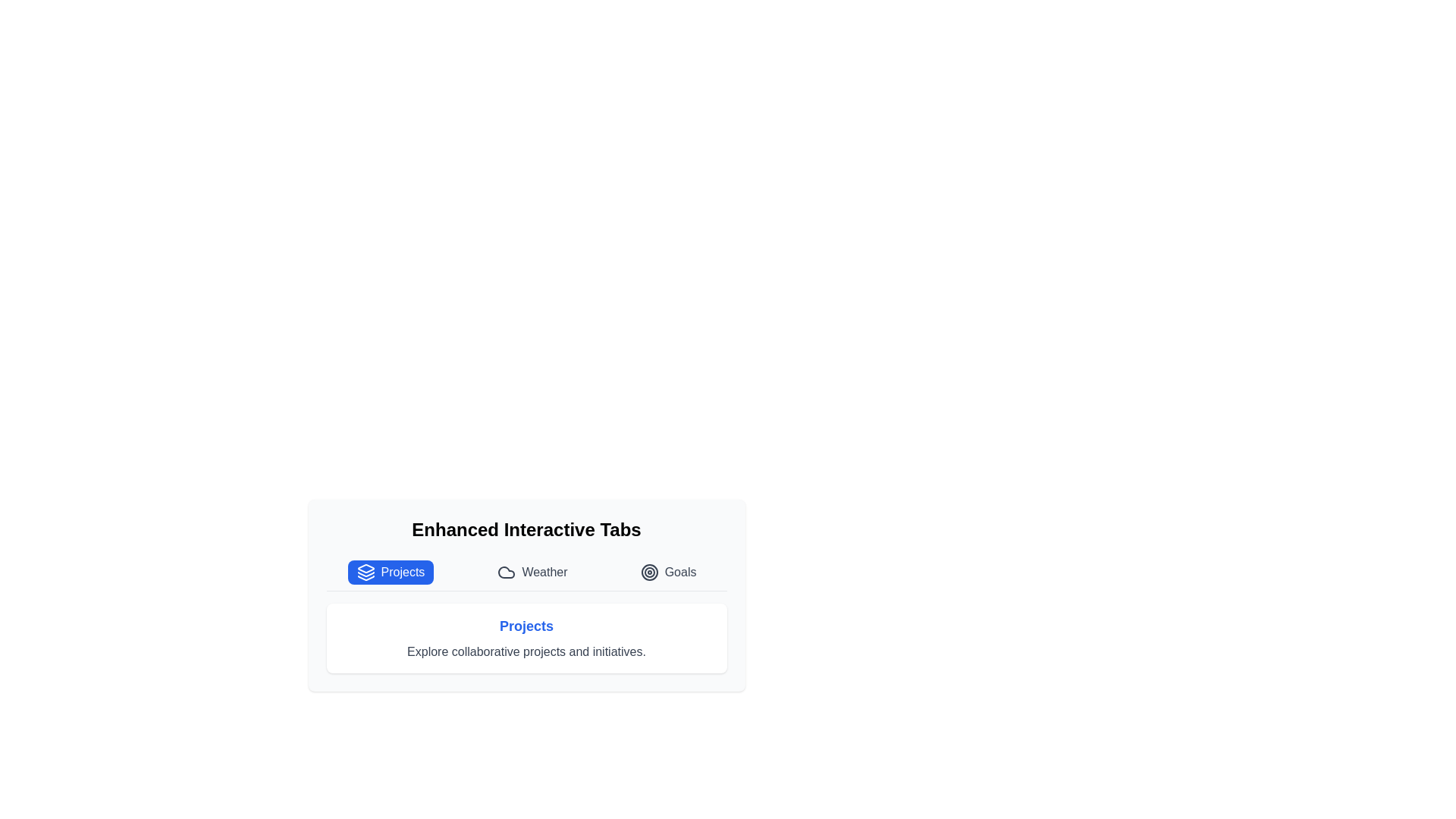 This screenshot has width=1456, height=819. Describe the element at coordinates (532, 573) in the screenshot. I see `the Weather tab to activate it` at that location.